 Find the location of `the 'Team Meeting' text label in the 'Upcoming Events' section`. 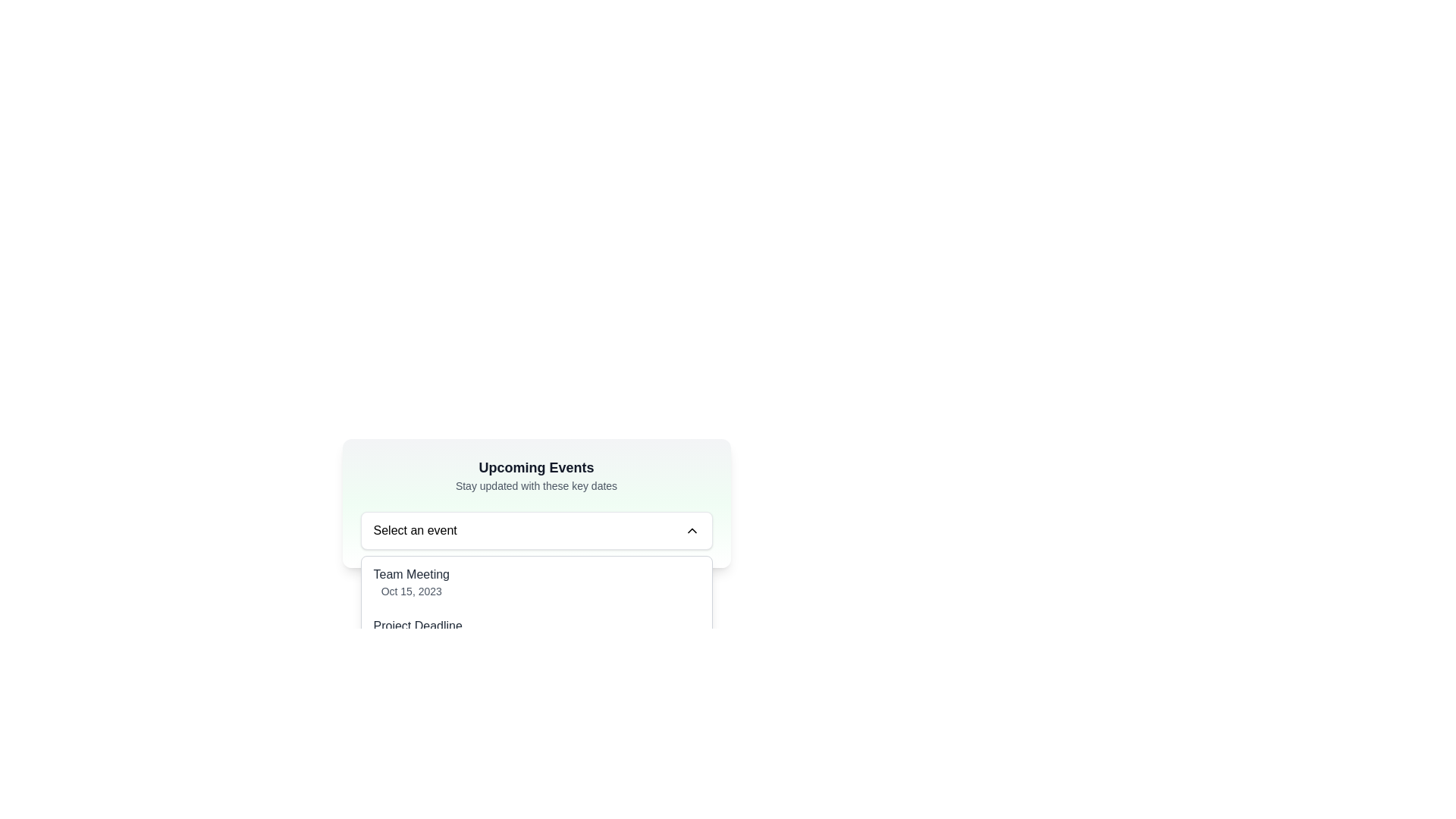

the 'Team Meeting' text label in the 'Upcoming Events' section is located at coordinates (411, 581).